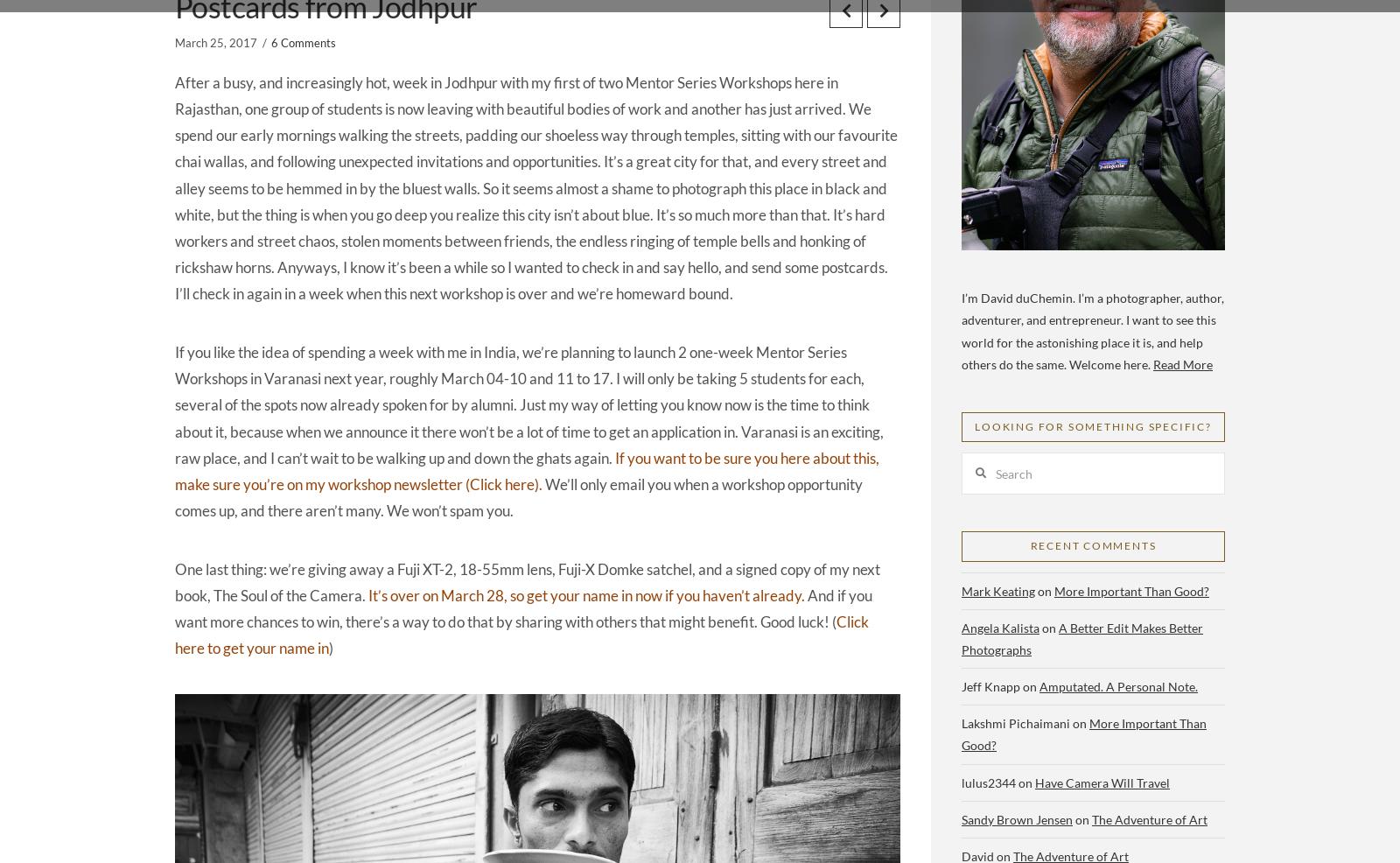 This screenshot has height=863, width=1400. What do you see at coordinates (1091, 425) in the screenshot?
I see `'Looking for Something Specific?'` at bounding box center [1091, 425].